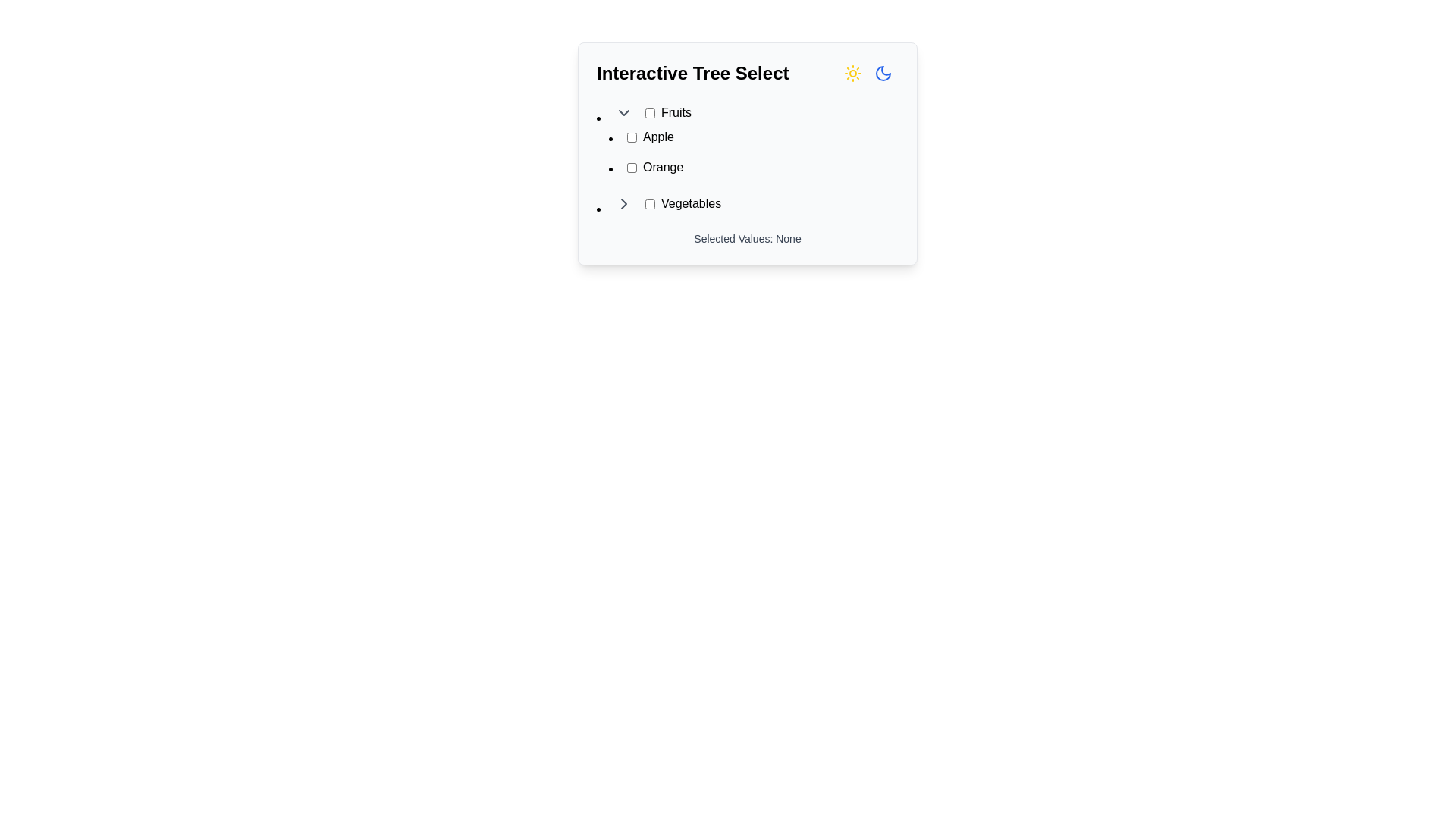  What do you see at coordinates (658, 137) in the screenshot?
I see `the text label element displaying the word 'Apple' in a tree selection interface under the 'Fruits' category, located next to an interactive checkbox` at bounding box center [658, 137].